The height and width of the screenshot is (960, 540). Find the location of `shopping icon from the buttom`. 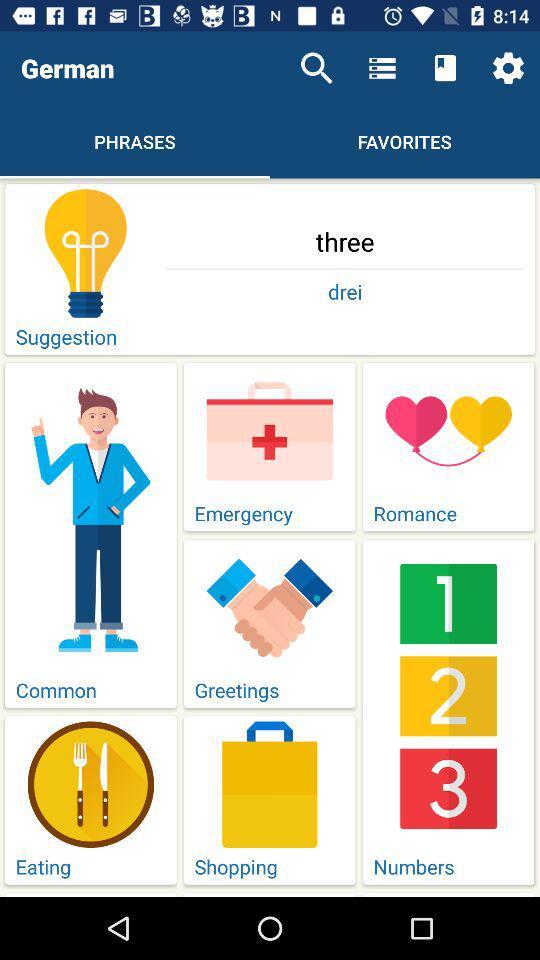

shopping icon from the buttom is located at coordinates (270, 784).